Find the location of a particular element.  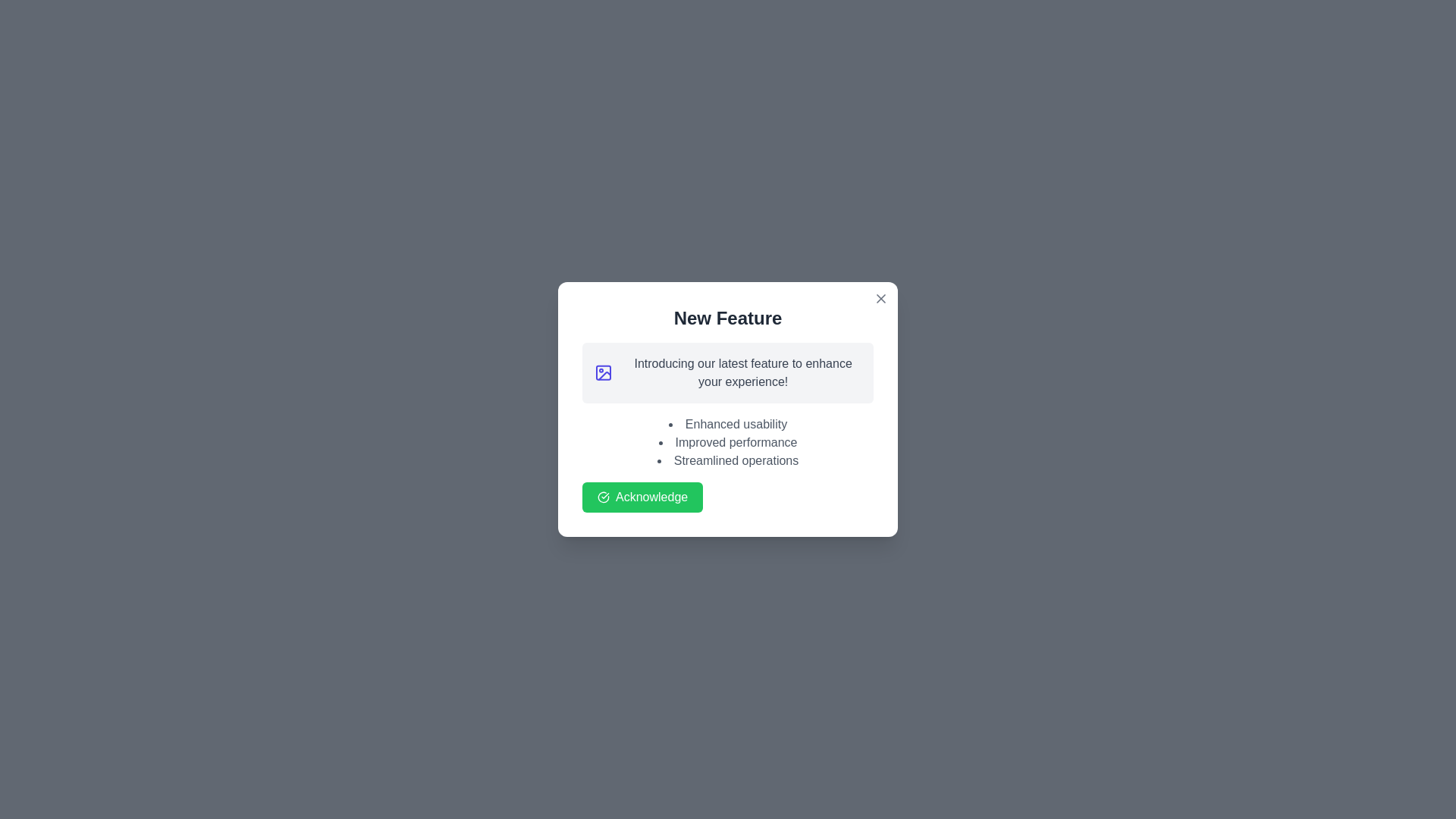

the icon that visually enhances the 'Acknowledge' button, located on the left-hand side of the button in the 'New Feature' dialog box is located at coordinates (603, 497).